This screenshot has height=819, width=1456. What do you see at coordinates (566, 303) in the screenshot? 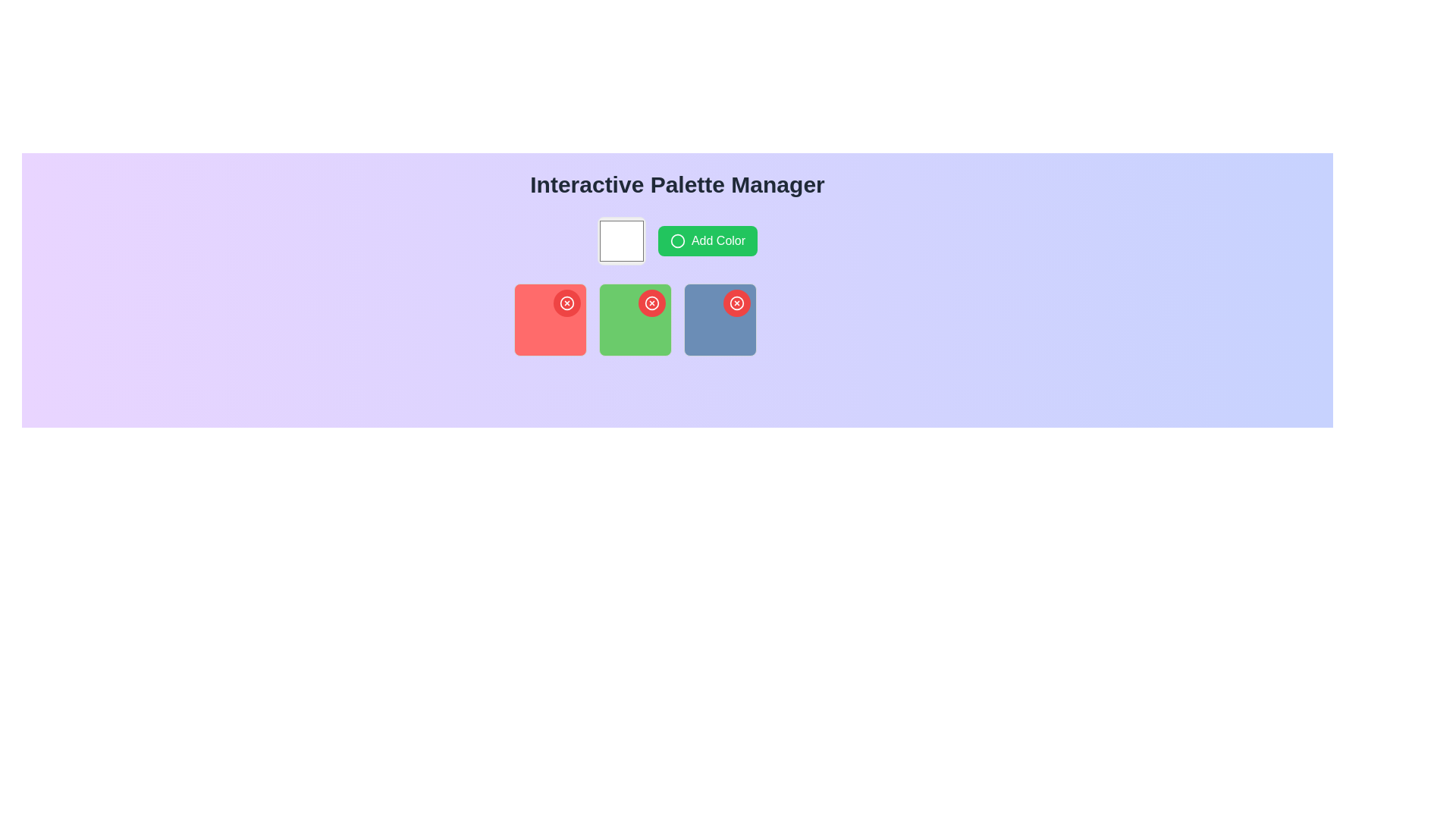
I see `the clickable button located at the top-right corner of the red square box` at bounding box center [566, 303].